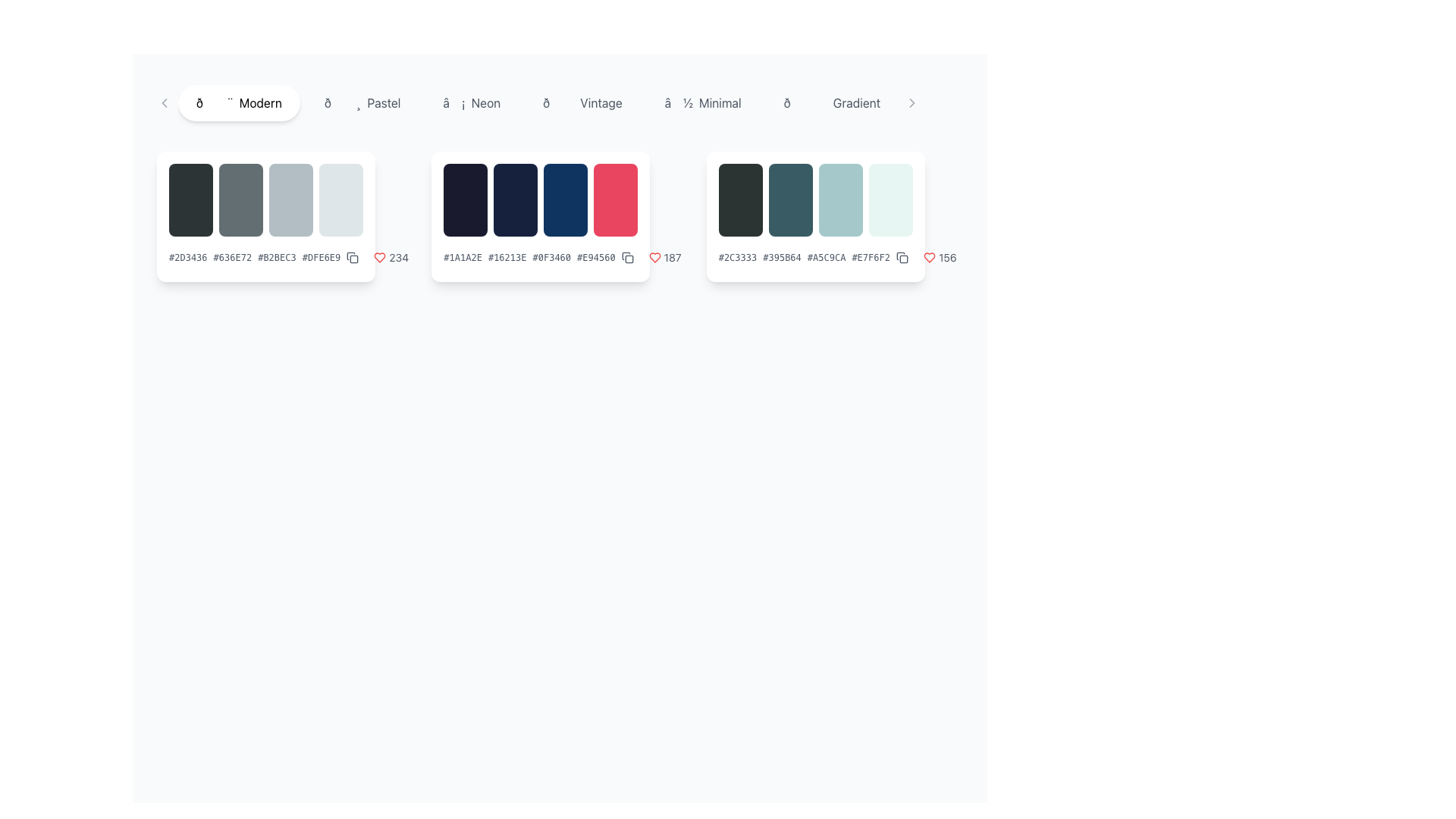 This screenshot has width=1456, height=819. I want to click on the text display showing hexadecimal color codes '#1A1A2E #16213E #0F3460 #E94560' located in the lower section of the second color palette card, so click(541, 256).